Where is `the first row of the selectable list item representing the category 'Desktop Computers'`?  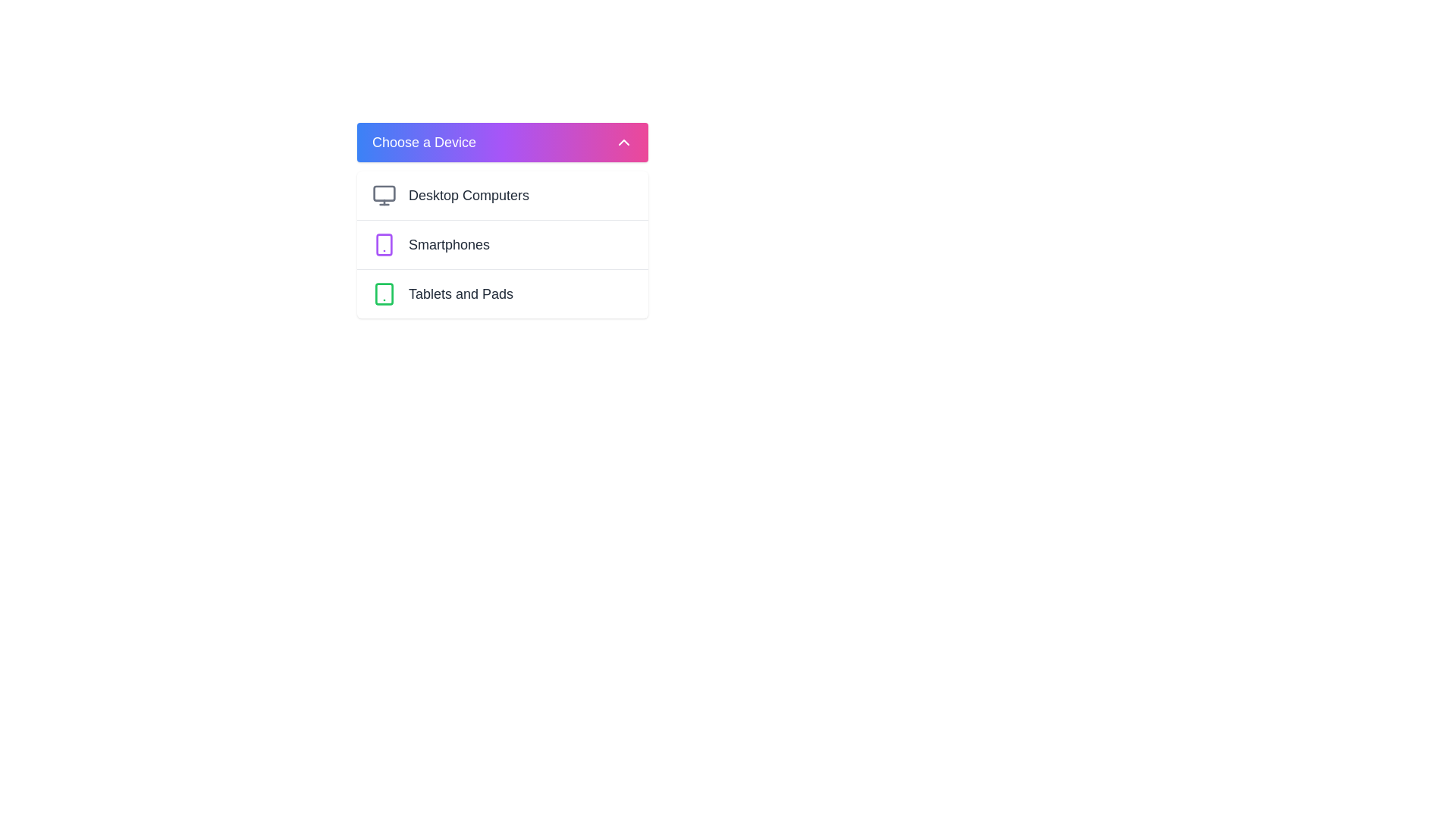 the first row of the selectable list item representing the category 'Desktop Computers' is located at coordinates (502, 195).